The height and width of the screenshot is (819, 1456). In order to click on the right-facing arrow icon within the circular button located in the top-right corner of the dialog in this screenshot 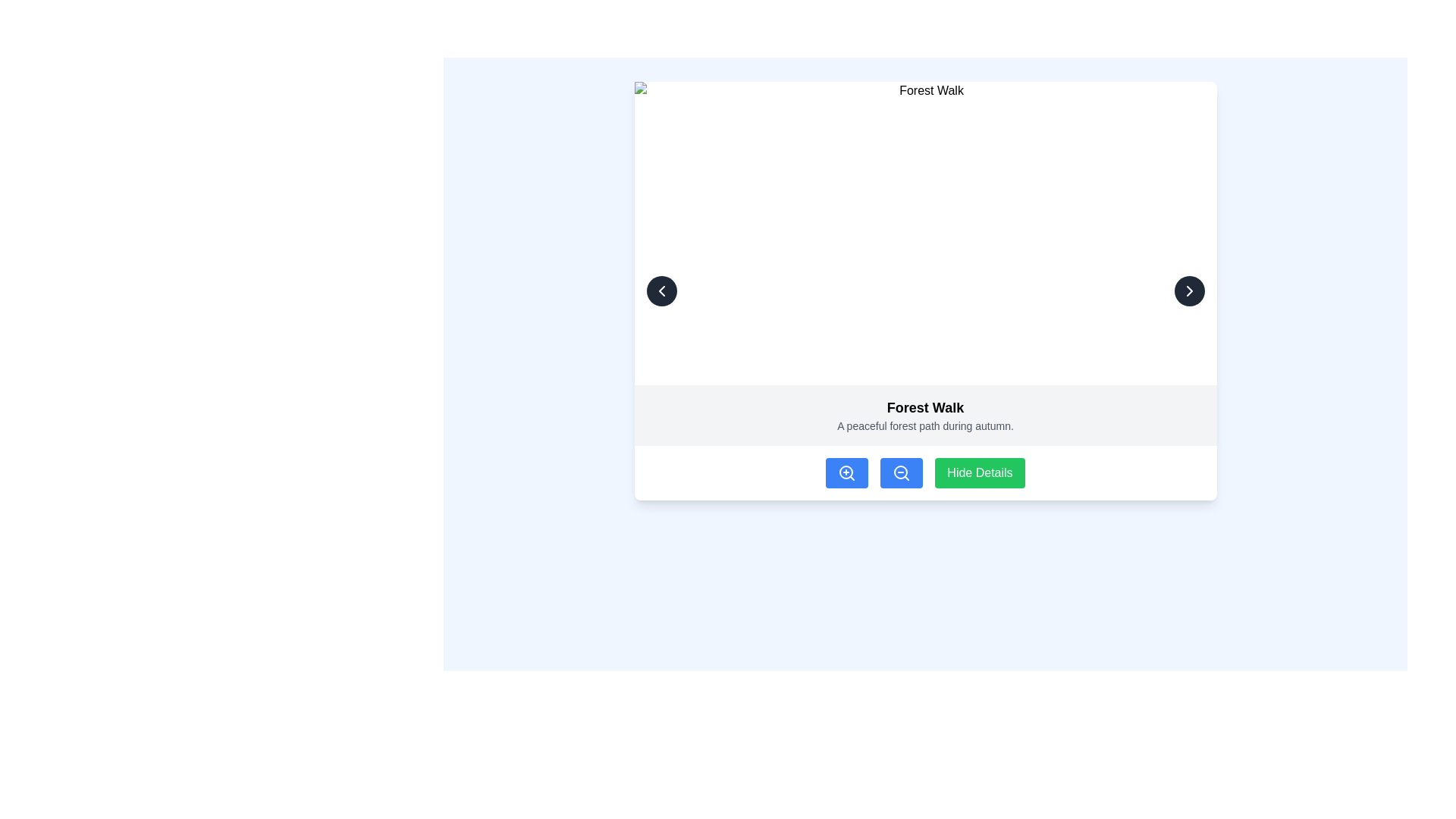, I will do `click(1188, 291)`.